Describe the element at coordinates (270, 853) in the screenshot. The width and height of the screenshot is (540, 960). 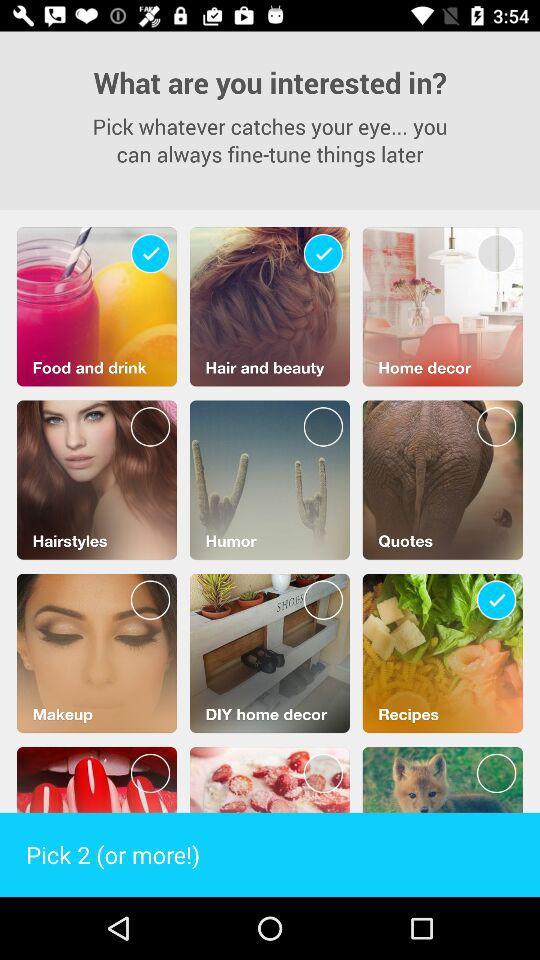
I see `the pick 2 or item` at that location.